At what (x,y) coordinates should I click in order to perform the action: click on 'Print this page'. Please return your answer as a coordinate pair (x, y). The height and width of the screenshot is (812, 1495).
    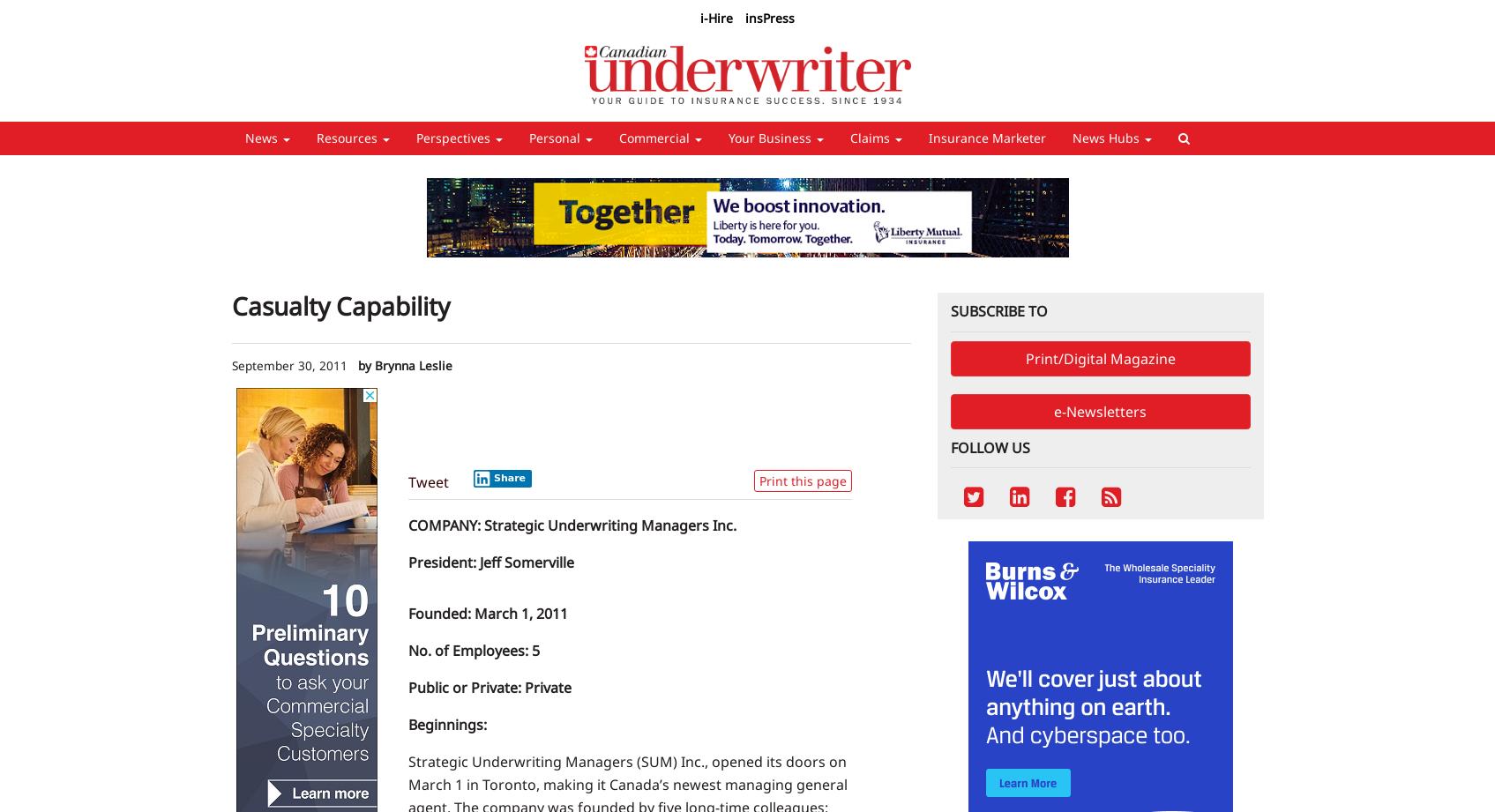
    Looking at the image, I should click on (801, 479).